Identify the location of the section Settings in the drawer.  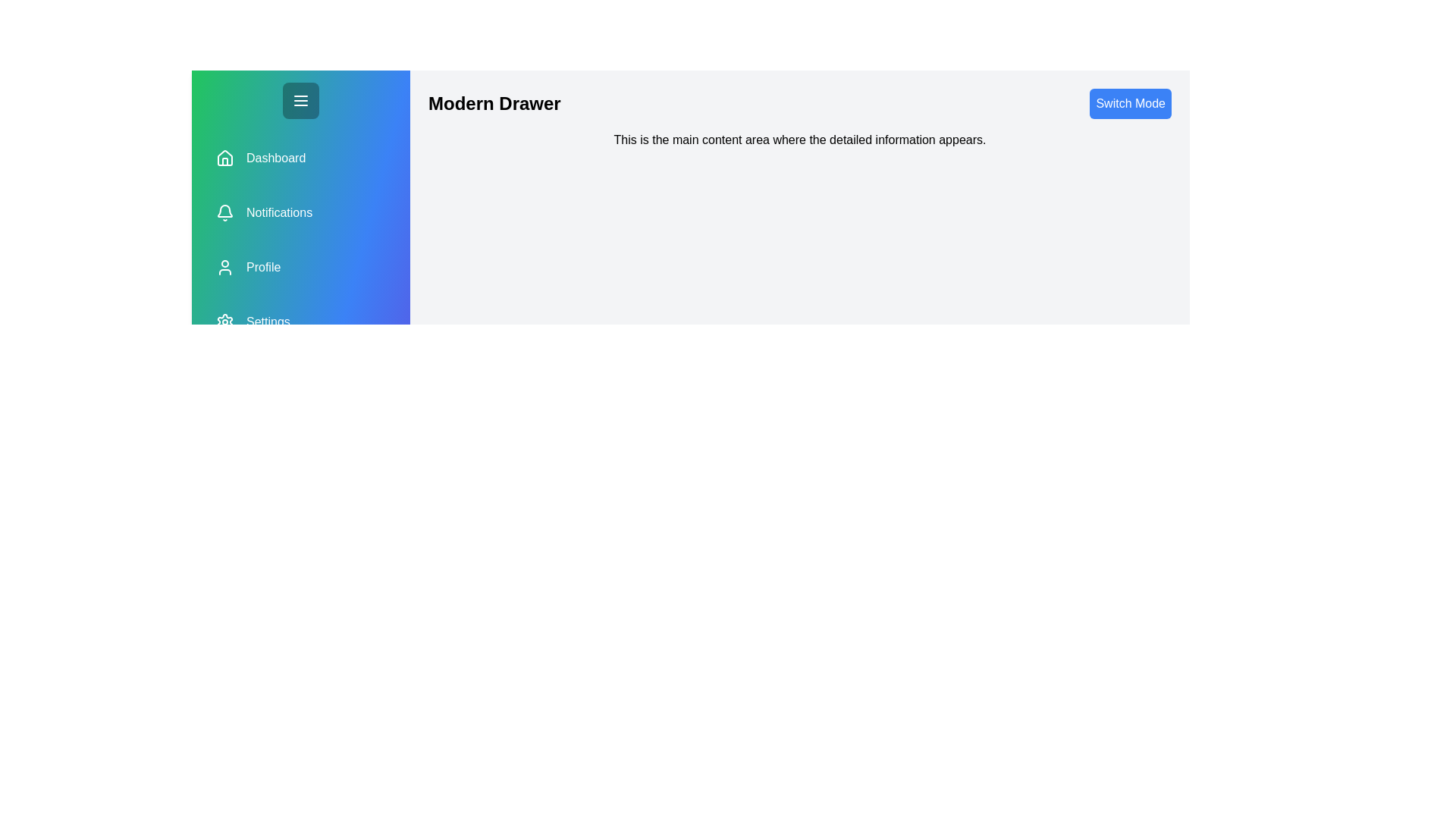
(301, 321).